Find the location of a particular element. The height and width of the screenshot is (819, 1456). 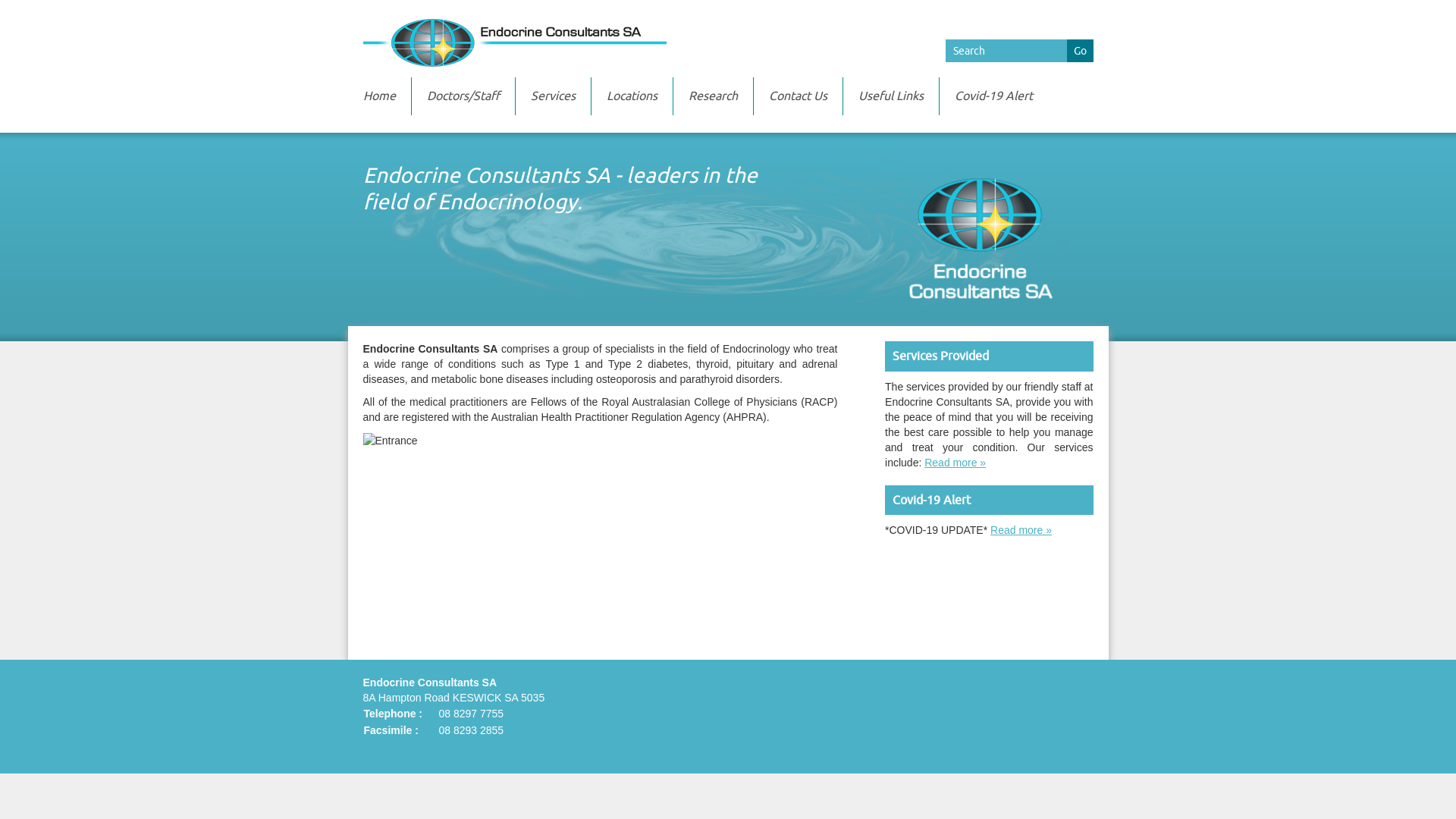

'Doctors/Staff' is located at coordinates (461, 96).